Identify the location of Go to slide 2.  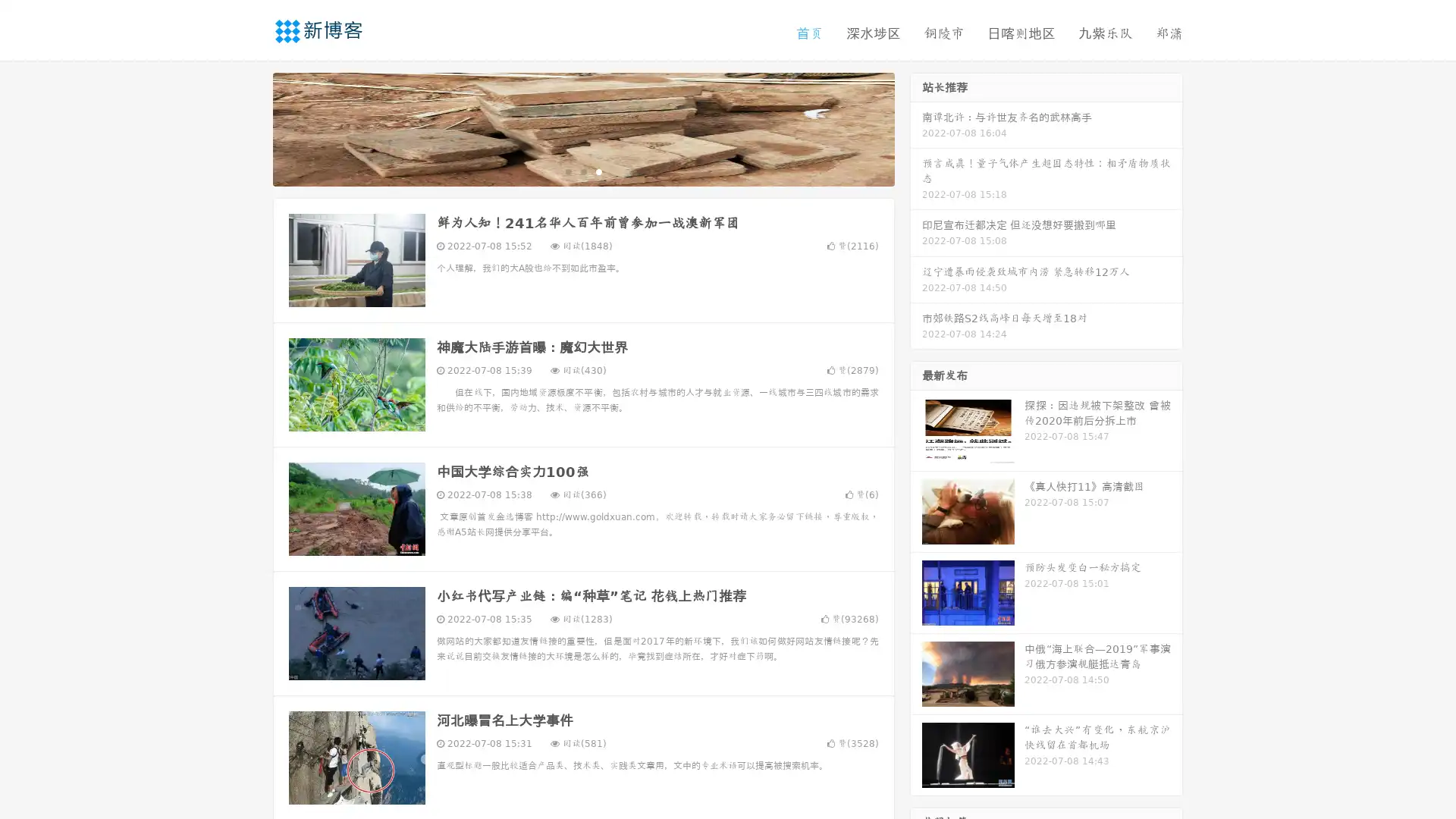
(582, 171).